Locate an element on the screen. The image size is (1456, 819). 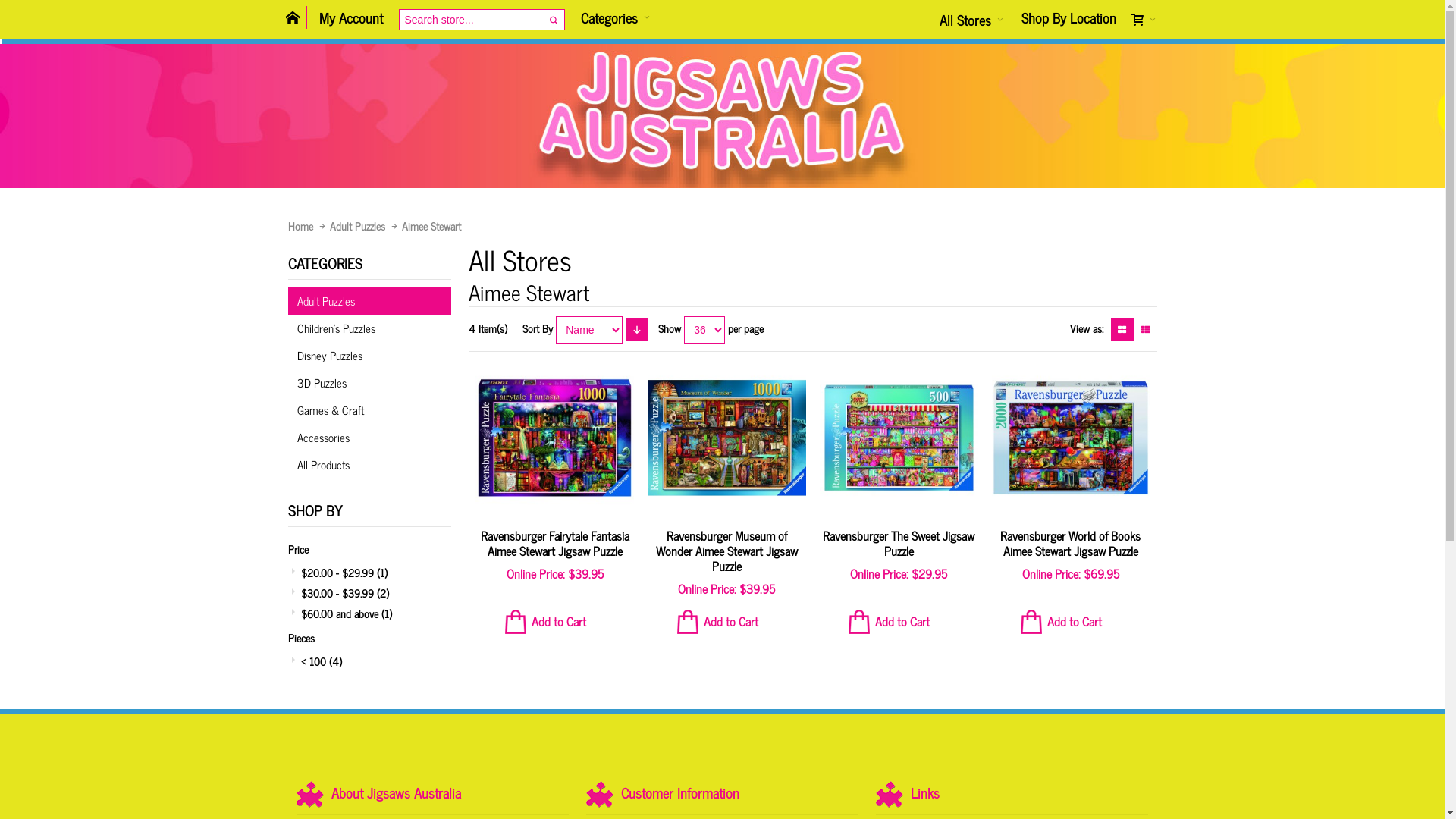
'$20.00 - $29.99 (1)' is located at coordinates (369, 572).